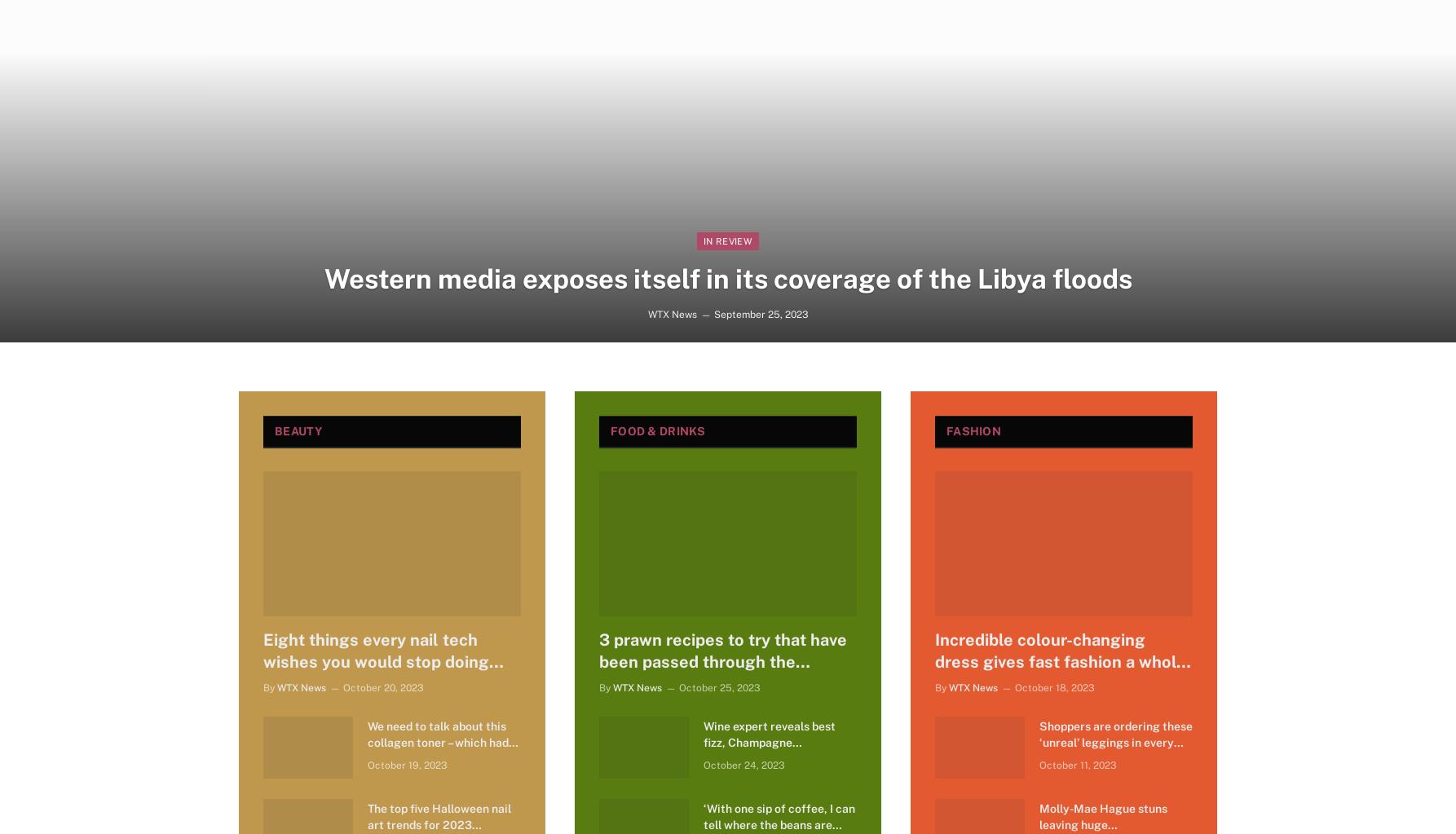 Image resolution: width=1456 pixels, height=834 pixels. Describe the element at coordinates (263, 661) in the screenshot. I see `'Eight things every nail tech wishes you would stop doing before your next manicure'` at that location.